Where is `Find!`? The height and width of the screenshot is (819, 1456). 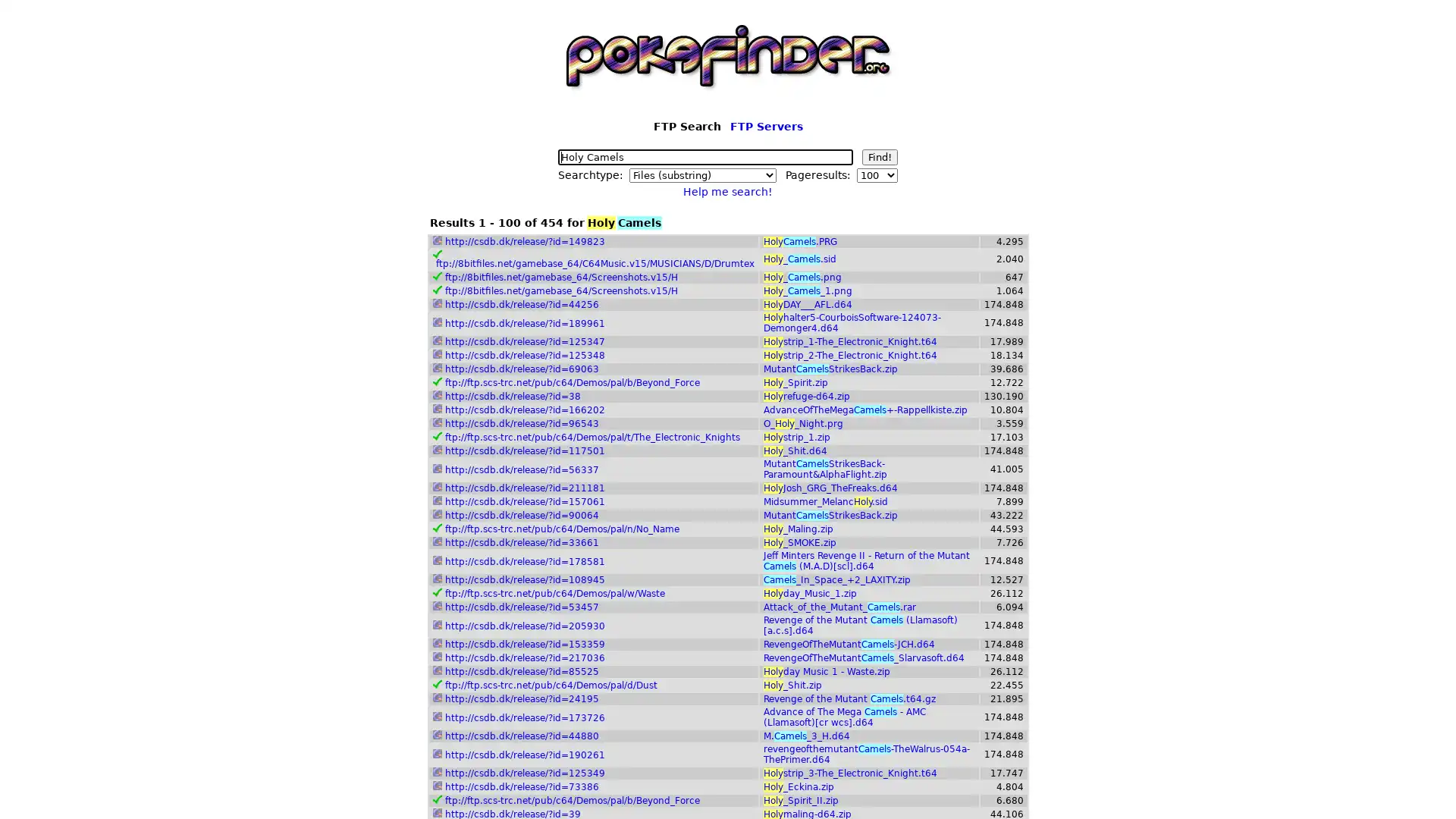 Find! is located at coordinates (880, 157).